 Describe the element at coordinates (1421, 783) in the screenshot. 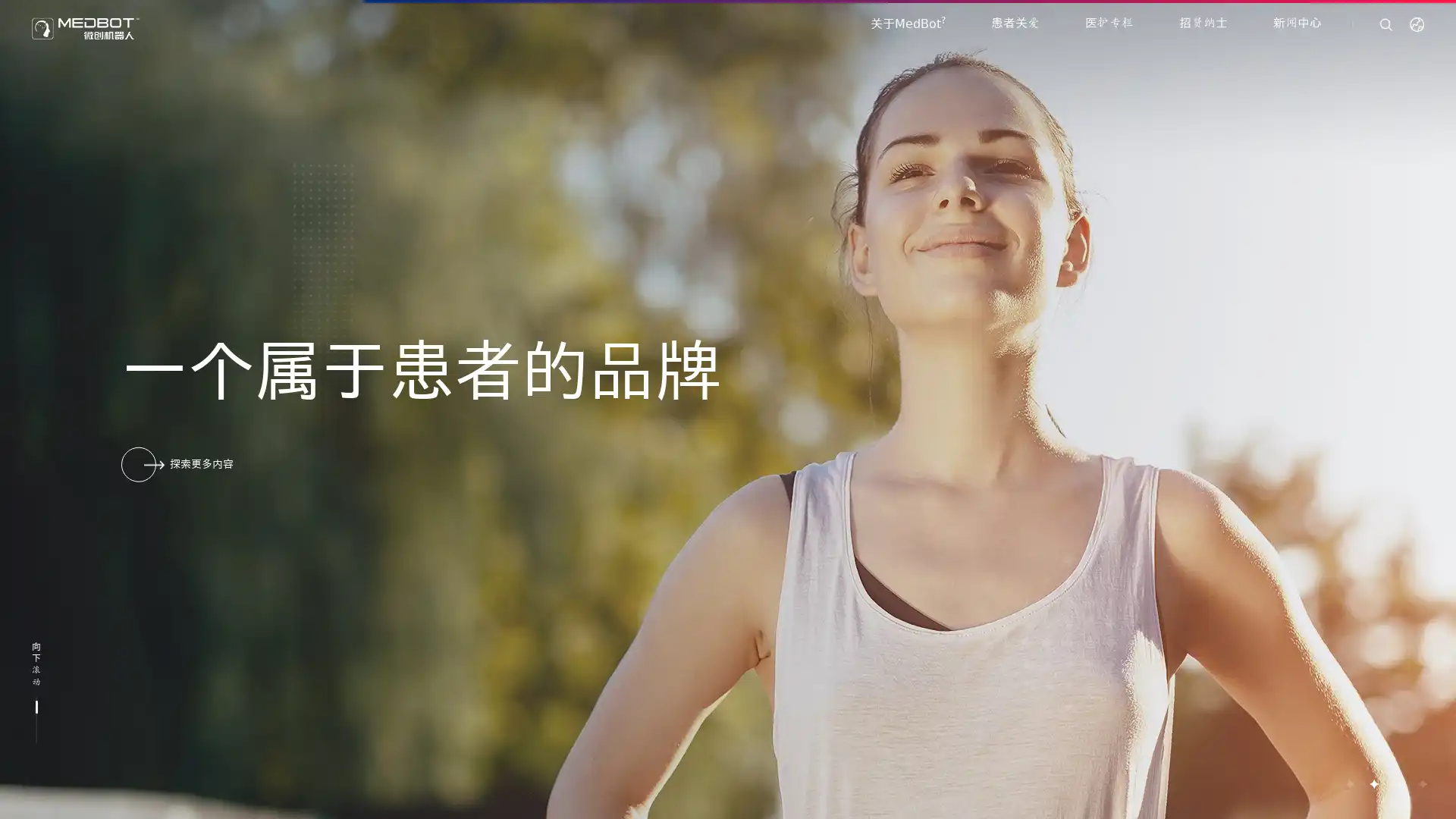

I see `Go to slide 4` at that location.